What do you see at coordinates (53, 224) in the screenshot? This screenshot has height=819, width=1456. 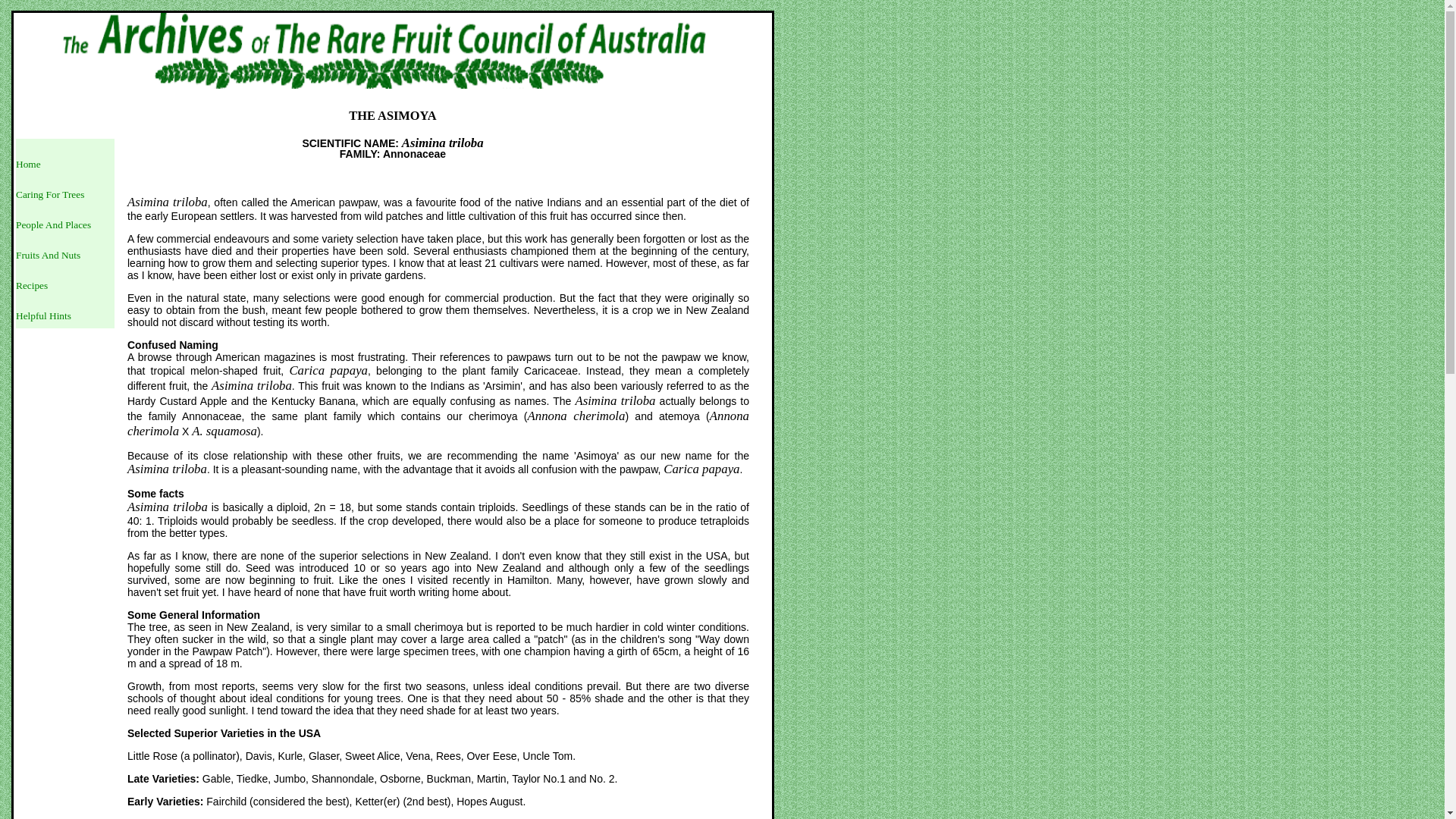 I see `'People And Places'` at bounding box center [53, 224].